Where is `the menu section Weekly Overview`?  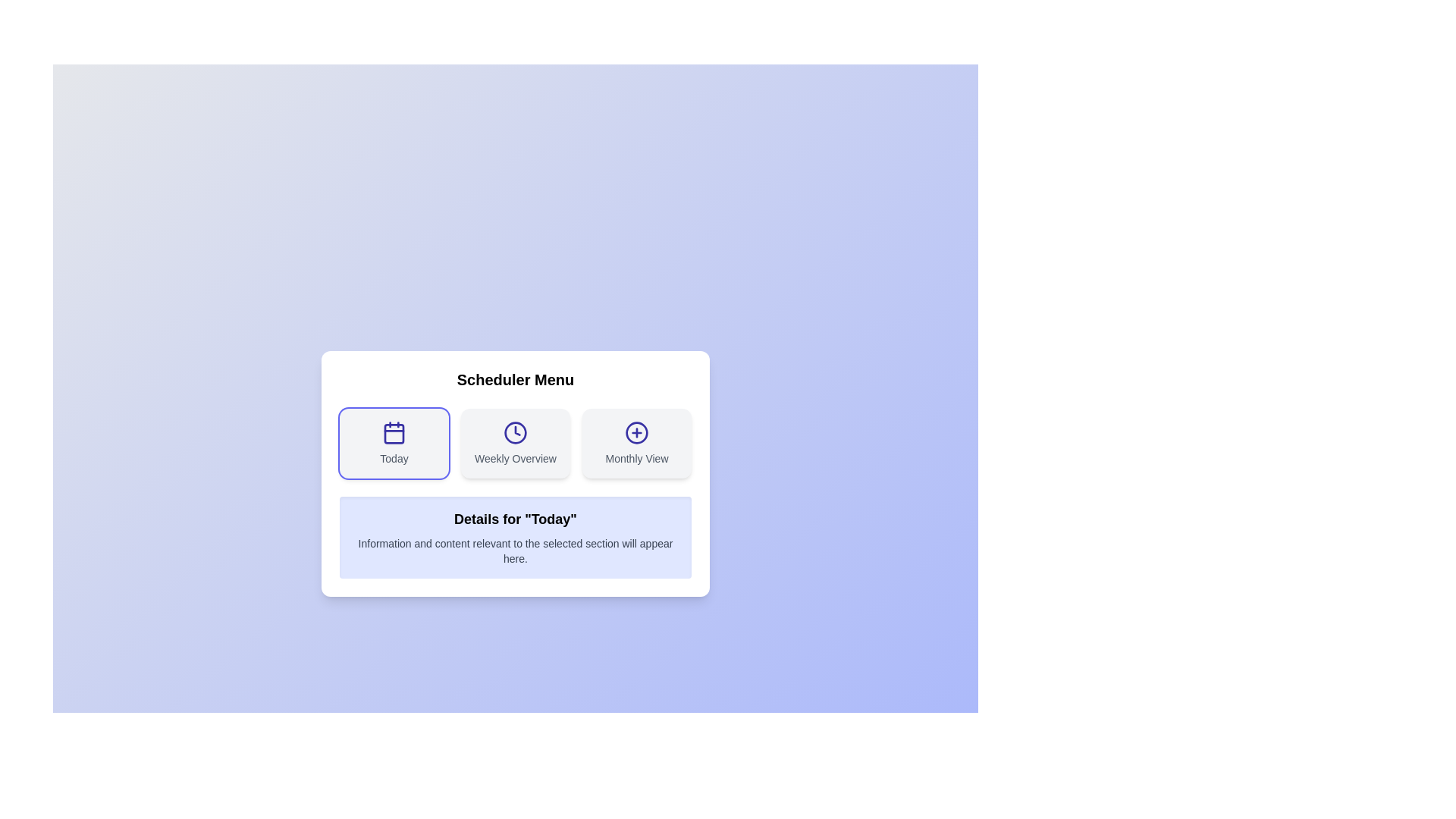 the menu section Weekly Overview is located at coordinates (516, 444).